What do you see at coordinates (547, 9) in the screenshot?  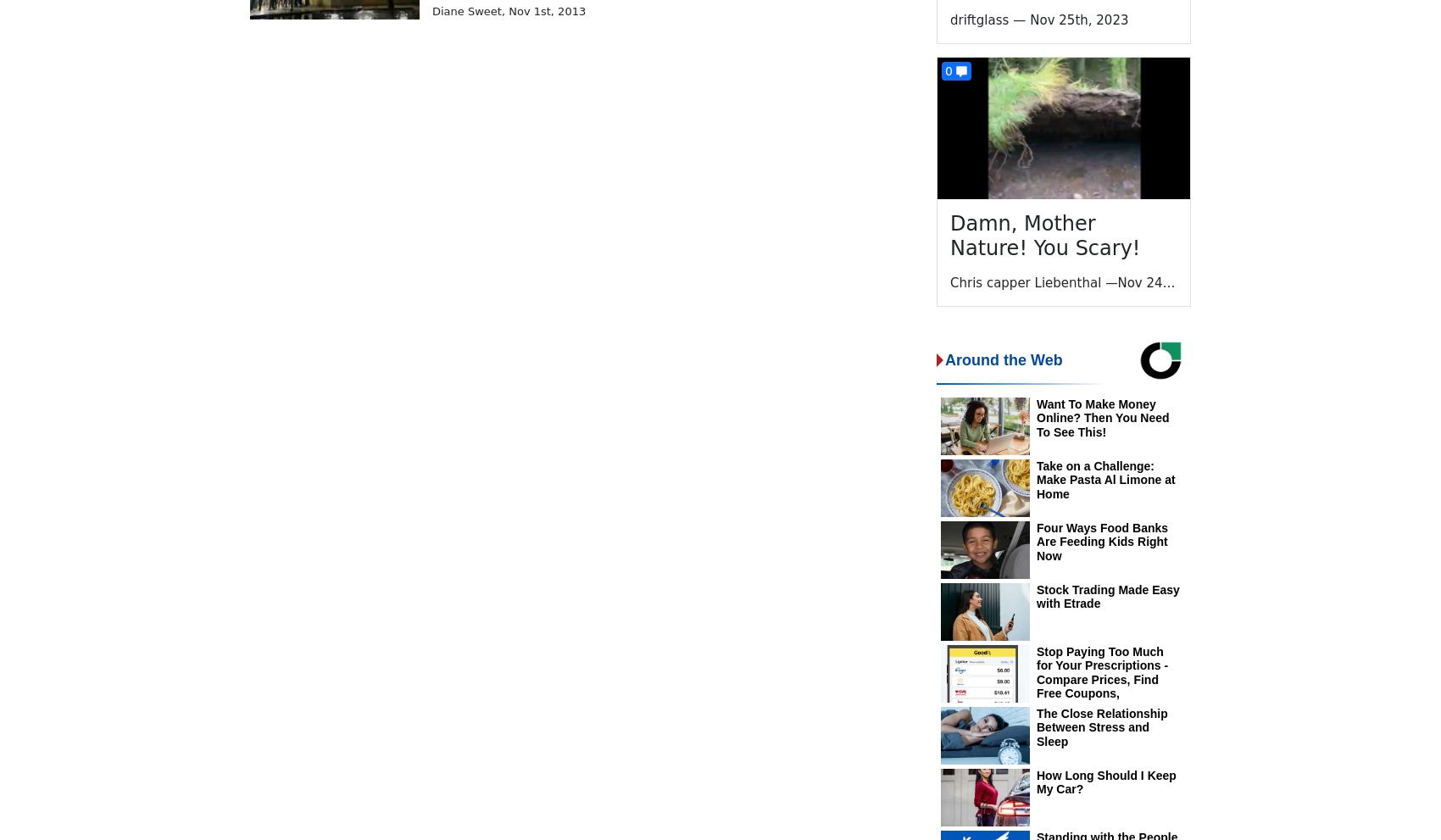 I see `'Nov 1st, 2013'` at bounding box center [547, 9].